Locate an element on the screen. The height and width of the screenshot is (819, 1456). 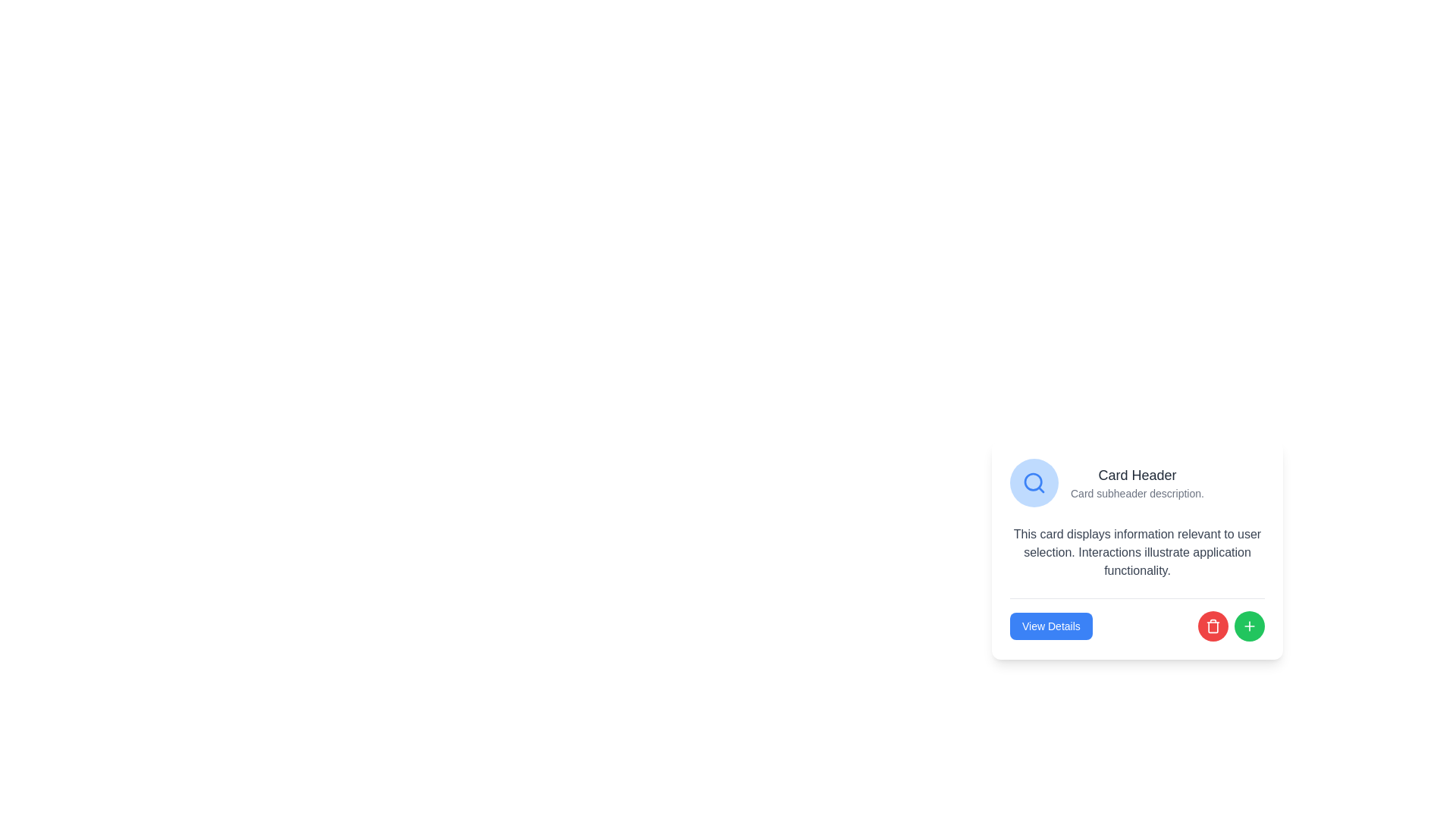
the trash can icon with a red circular background located inside the button at the bottom right corner of the 'Card Header' is located at coordinates (1212, 626).